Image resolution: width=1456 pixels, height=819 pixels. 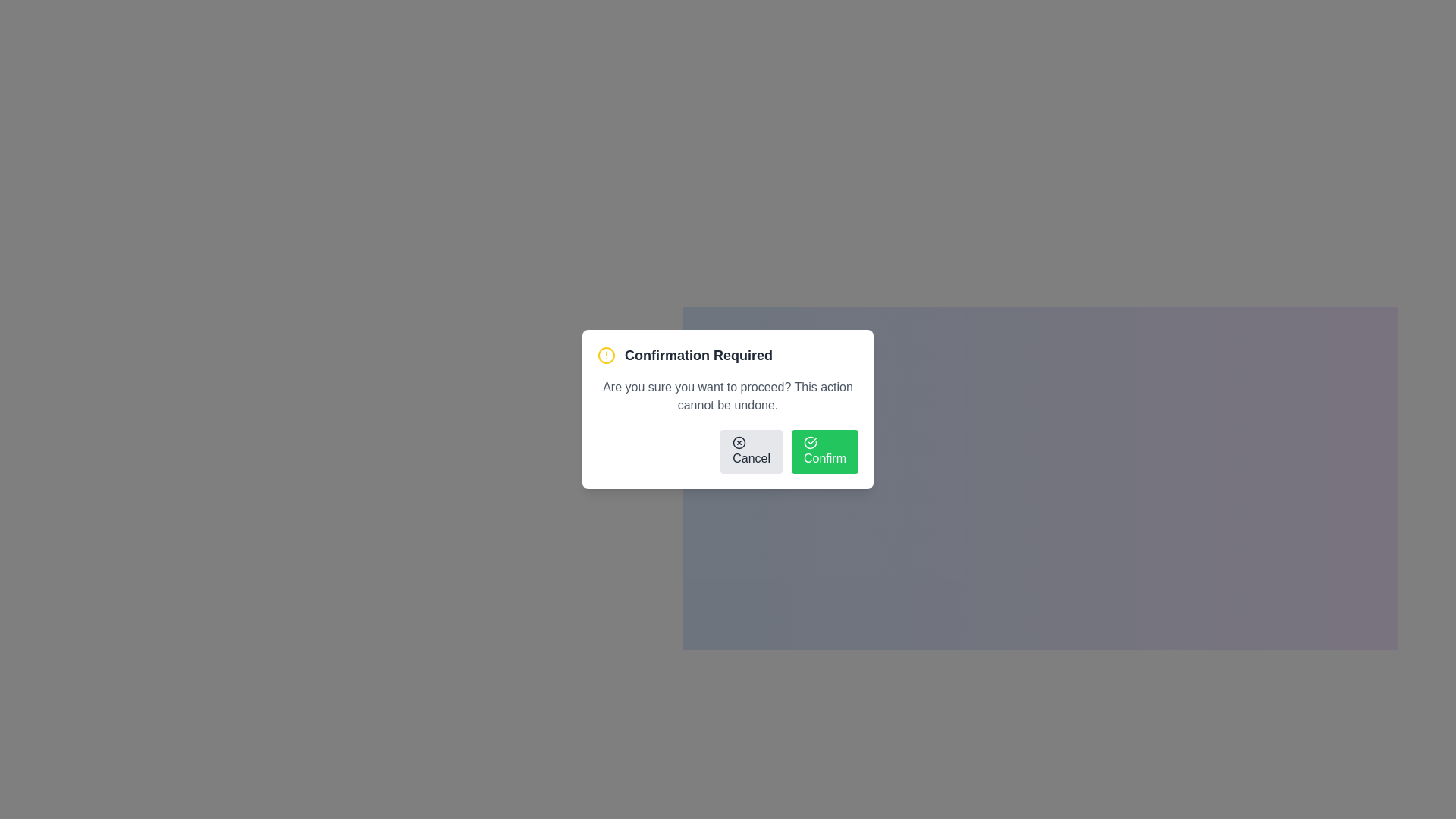 I want to click on the confirmation button located at the bottom right corner of the modal dialog, positioned to the right of the 'Cancel' button, so click(x=824, y=451).